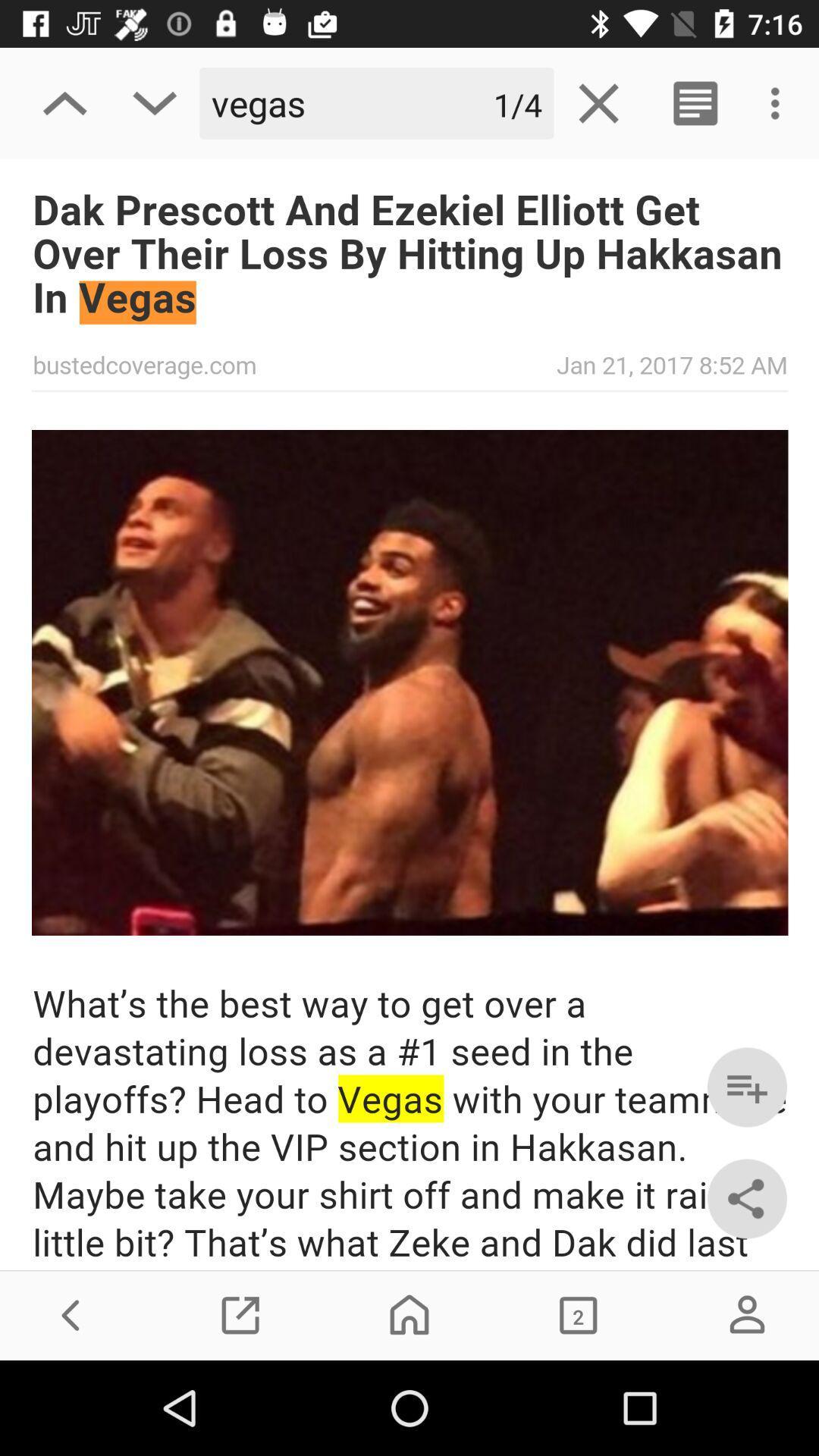  I want to click on the arrow_backward icon, so click(71, 1314).